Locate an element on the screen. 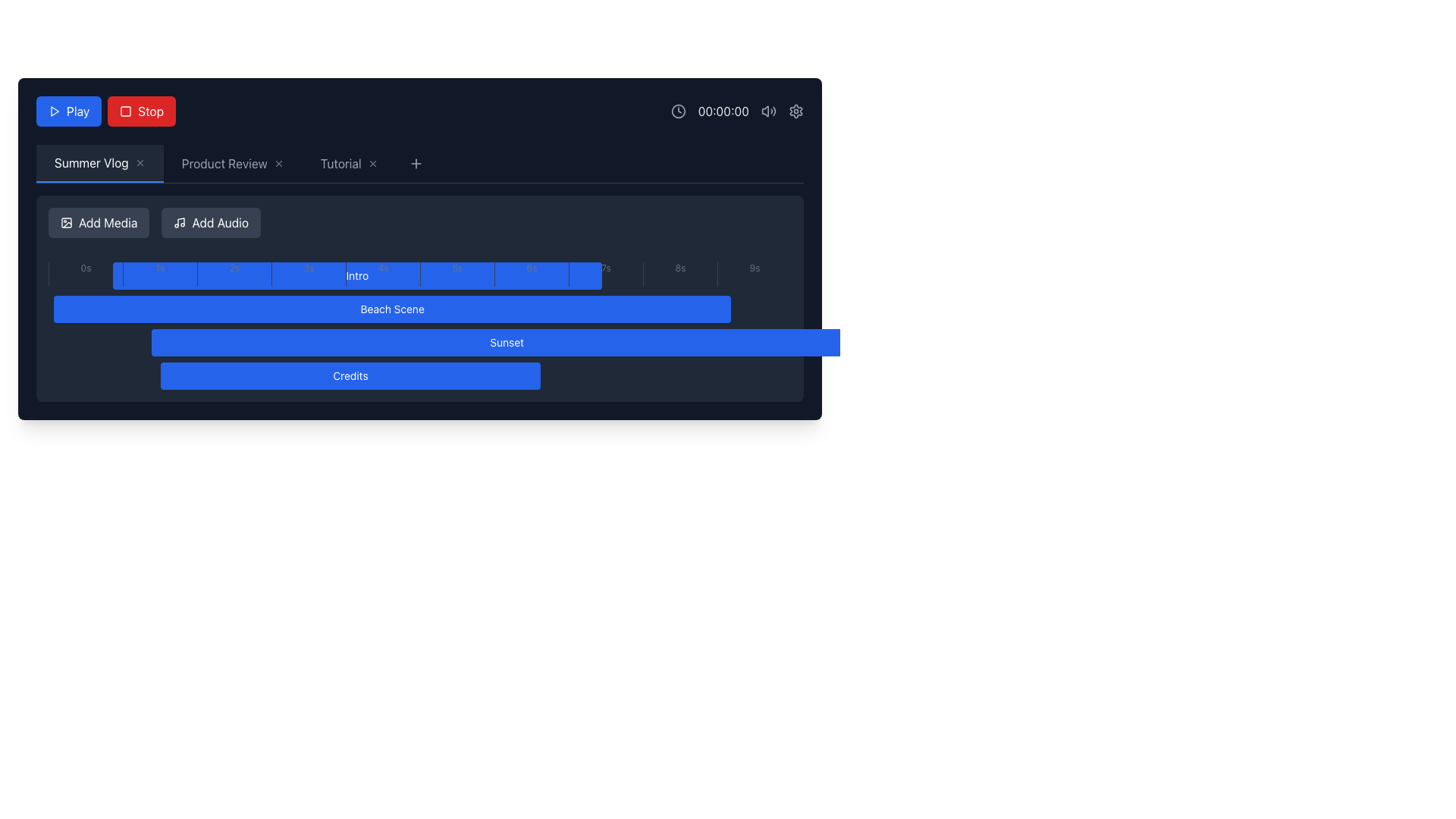 This screenshot has height=819, width=1456. the 'Add Media' button, which includes the descriptive label indicating its function is located at coordinates (107, 222).